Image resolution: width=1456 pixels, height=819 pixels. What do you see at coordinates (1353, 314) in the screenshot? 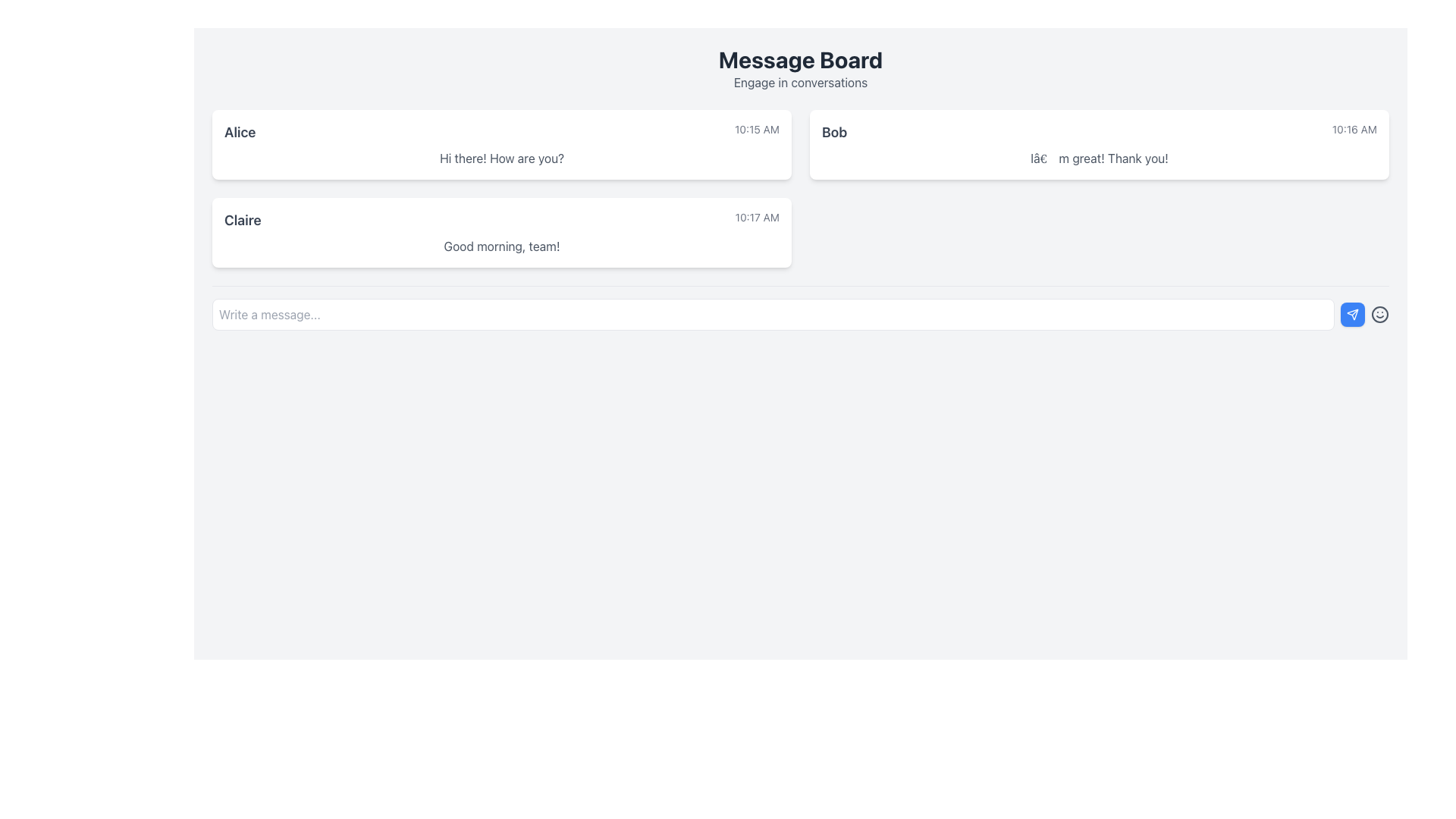
I see `the small, rounded-rectangle-shaped blue button with a paper airplane icon` at bounding box center [1353, 314].